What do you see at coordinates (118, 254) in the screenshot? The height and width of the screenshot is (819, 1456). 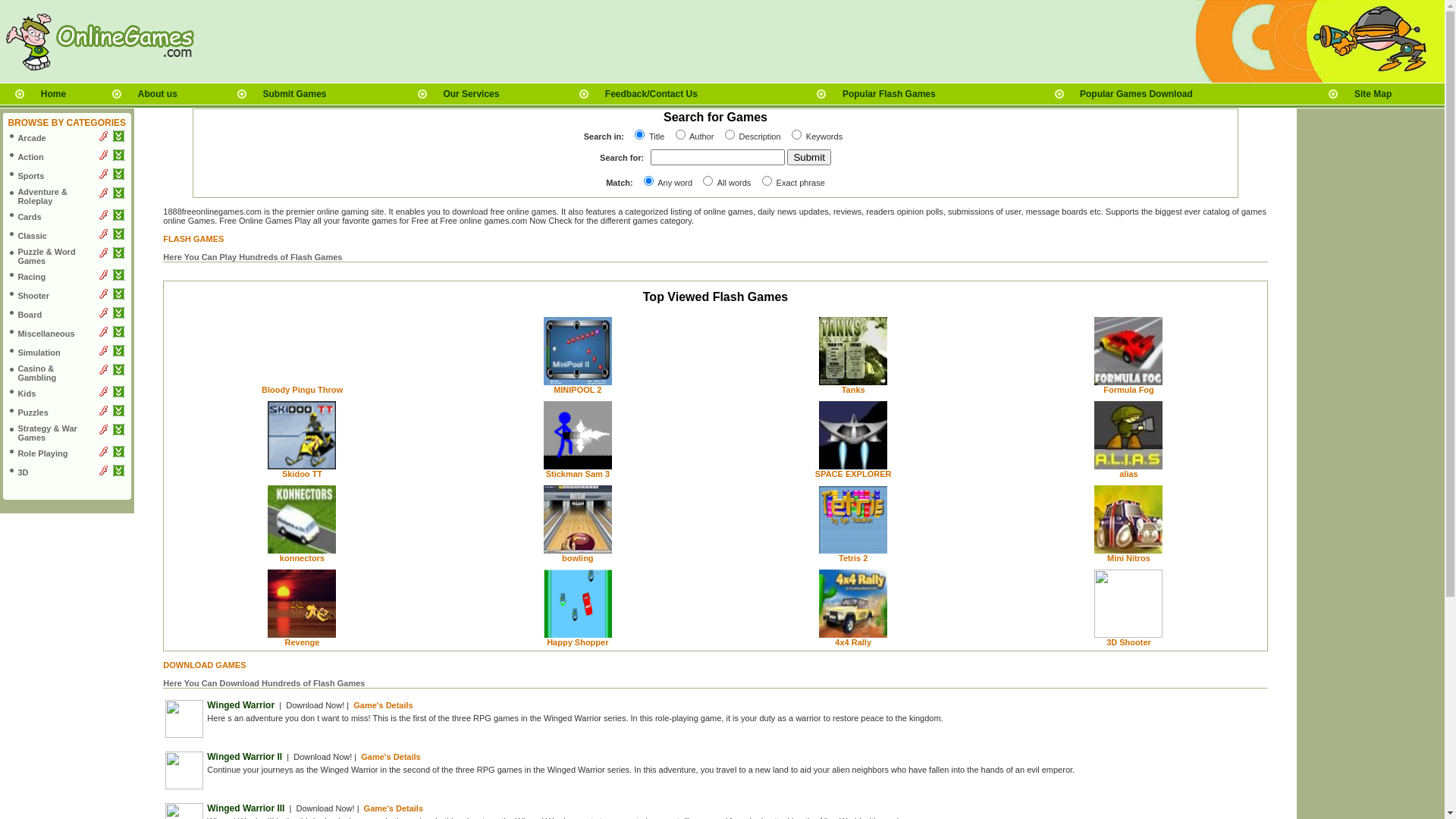 I see `'Download Puzzle & Word Games Games'` at bounding box center [118, 254].